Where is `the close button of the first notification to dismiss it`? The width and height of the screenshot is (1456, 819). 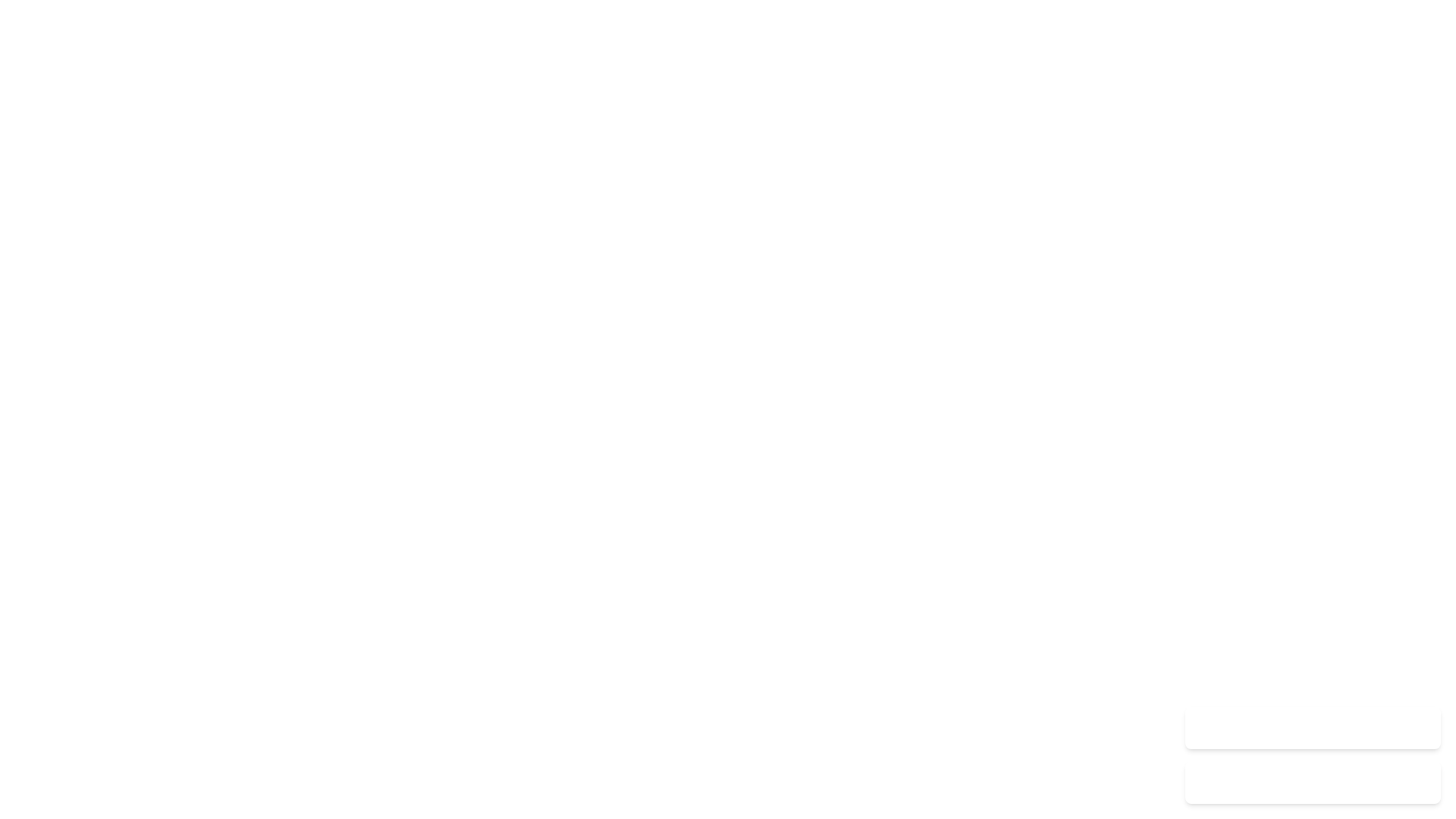
the close button of the first notification to dismiss it is located at coordinates (1420, 727).